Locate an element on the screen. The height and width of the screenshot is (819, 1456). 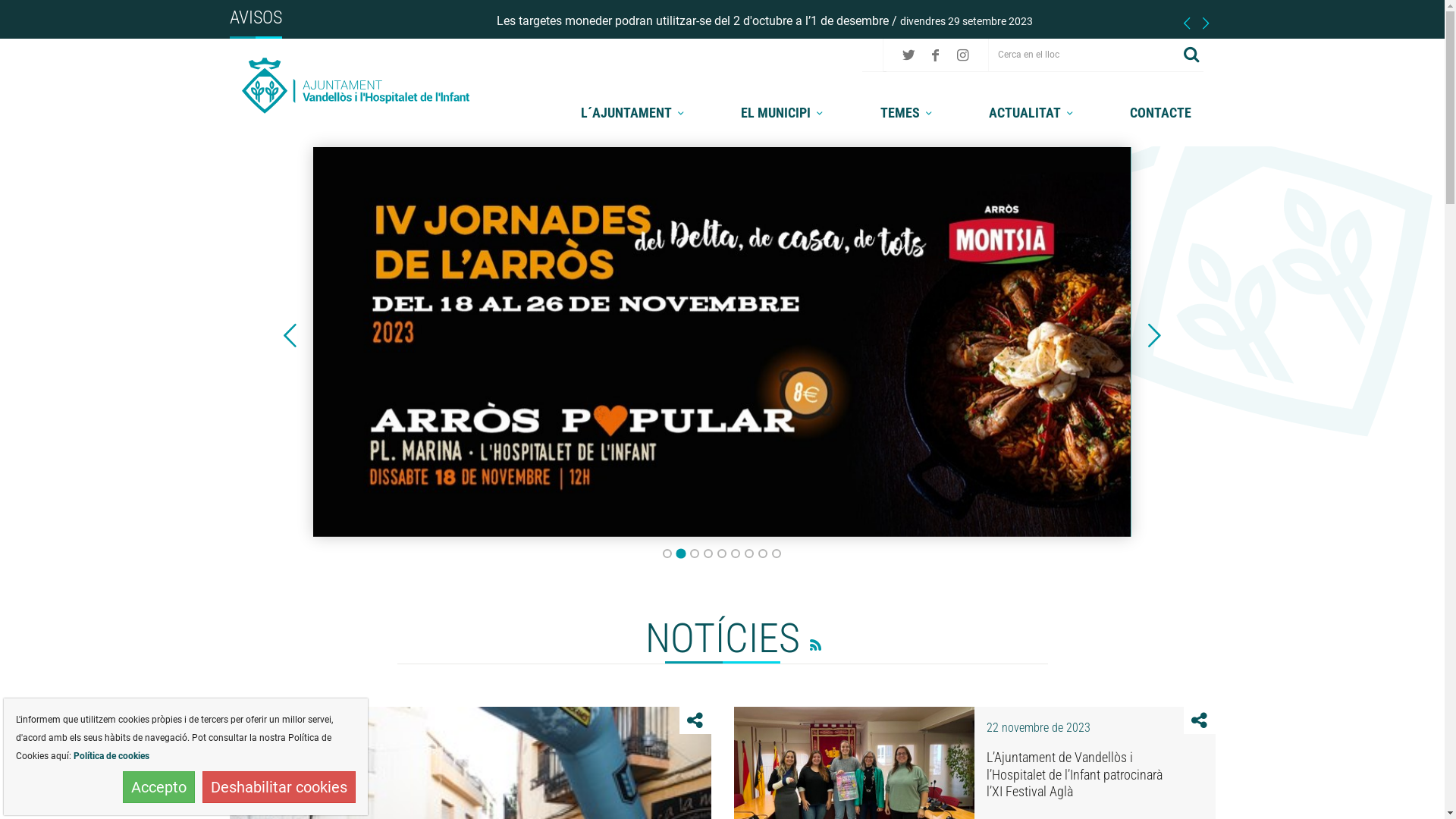
'2' is located at coordinates (679, 553).